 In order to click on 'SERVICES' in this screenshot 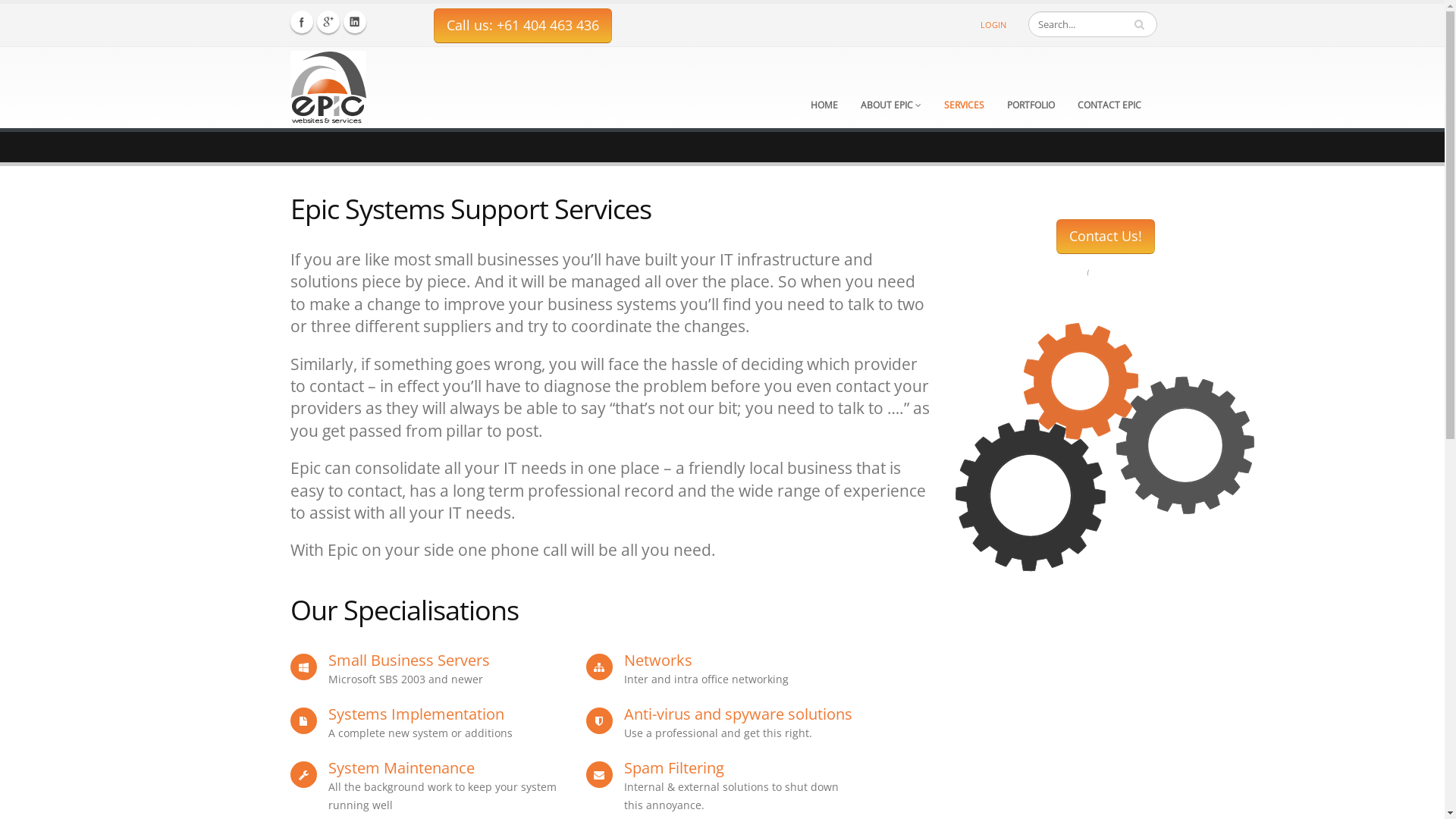, I will do `click(963, 93)`.